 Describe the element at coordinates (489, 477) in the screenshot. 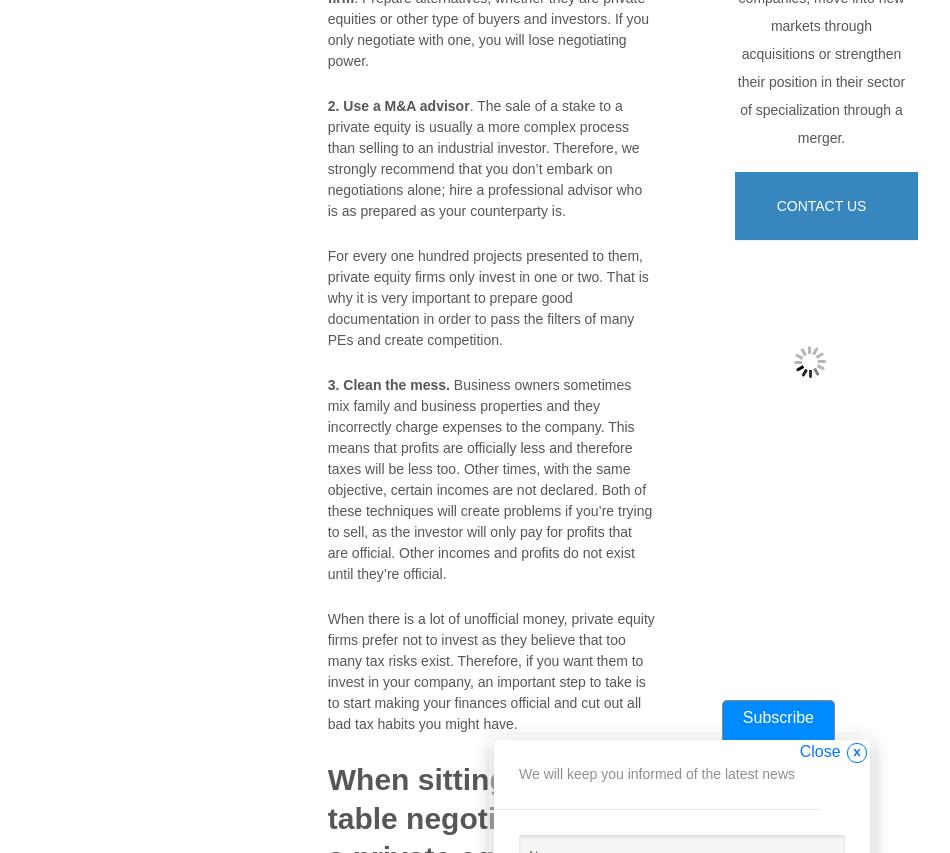

I see `'Business owners sometimes mix family and business properties and they incorrectly charge expenses to the company. This means that profits are officially less and therefore taxes will be less too. Other times, with the same objective, certain incomes are not declared. Both of these techniques will create problems if you’re trying to sell, as the investor will only pay for profits that are official. Other incomes and profits do not exist until they’re official.'` at that location.